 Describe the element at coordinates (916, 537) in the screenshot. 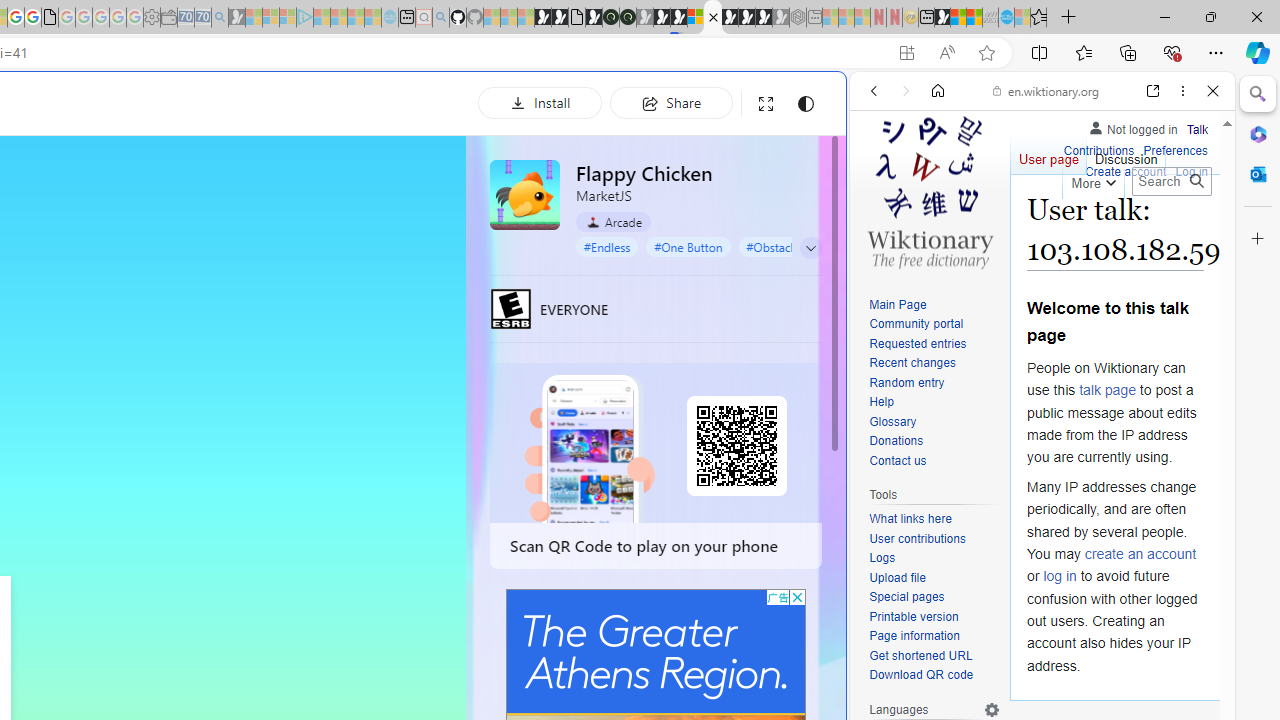

I see `'User contributions'` at that location.